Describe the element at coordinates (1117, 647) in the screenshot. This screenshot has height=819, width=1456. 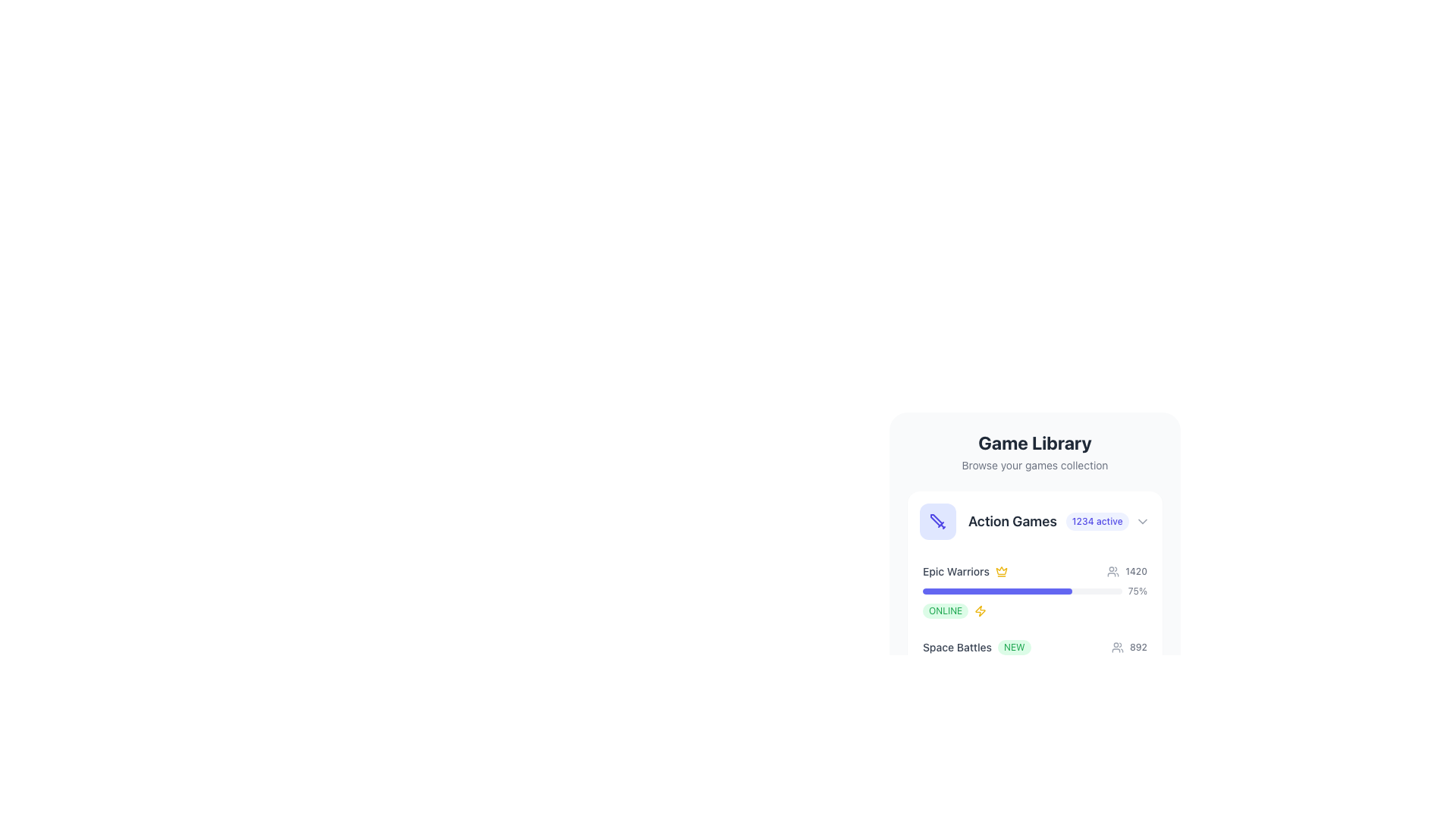
I see `the user group icon located in the right section of the interface, beneath the 'Space Battles' text and next to the numeric value '892'` at that location.